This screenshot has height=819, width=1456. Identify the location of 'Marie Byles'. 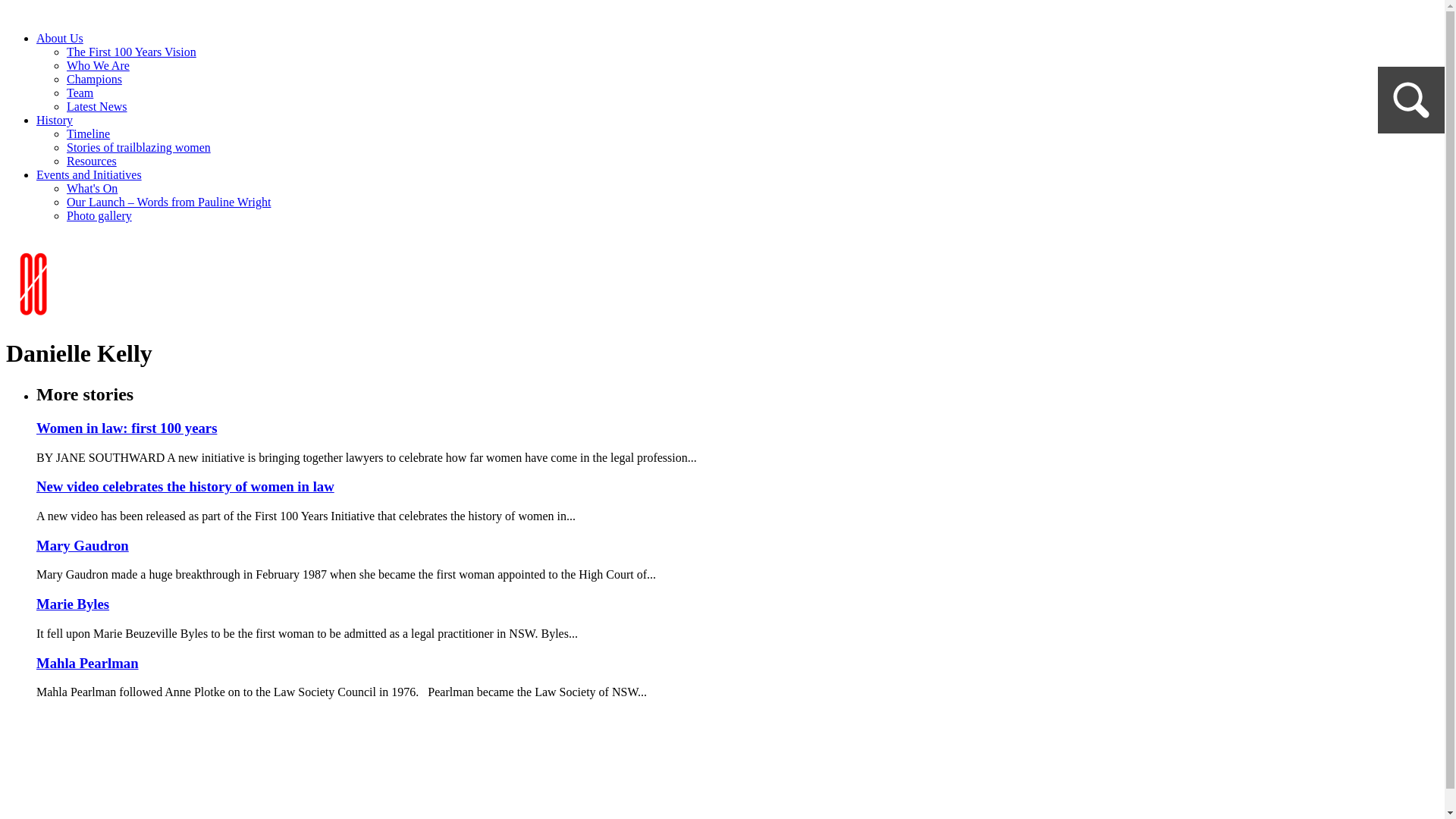
(72, 603).